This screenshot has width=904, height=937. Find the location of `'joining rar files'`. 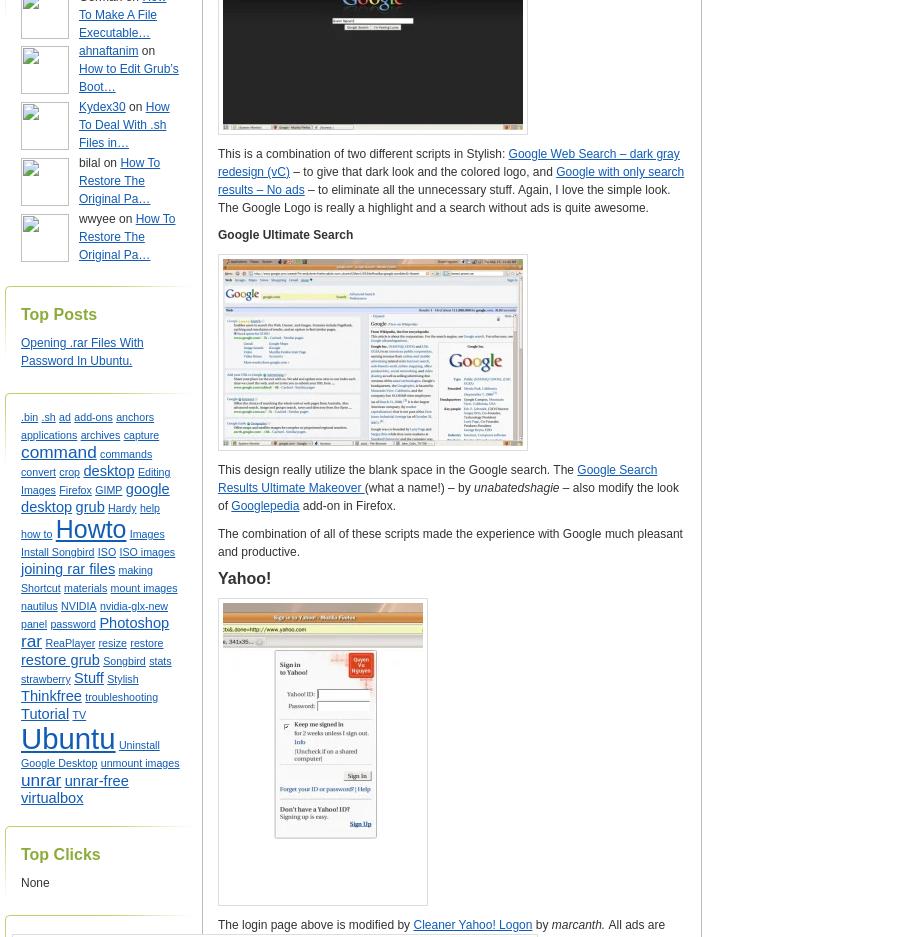

'joining rar files' is located at coordinates (67, 569).